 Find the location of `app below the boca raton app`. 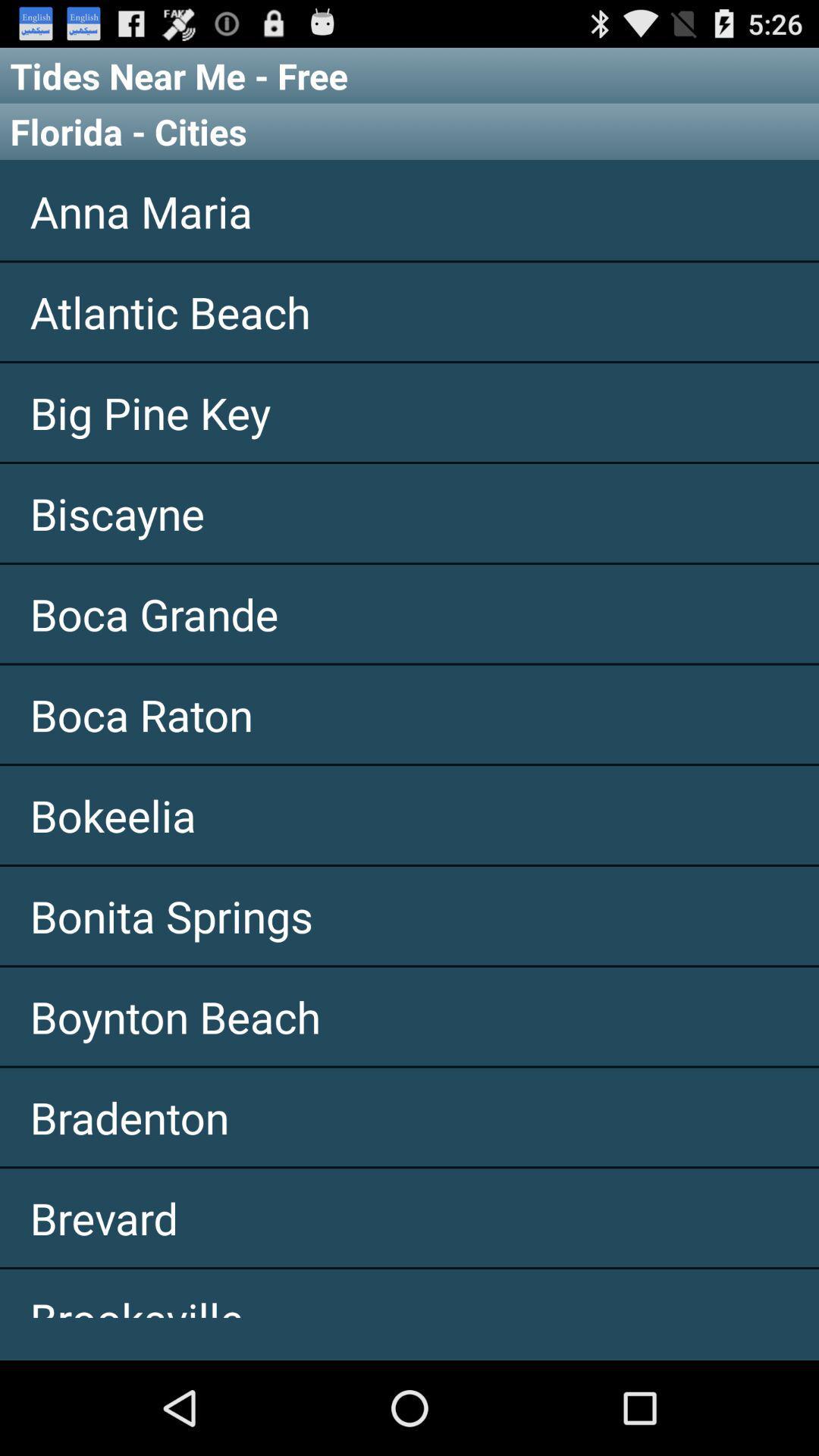

app below the boca raton app is located at coordinates (409, 814).